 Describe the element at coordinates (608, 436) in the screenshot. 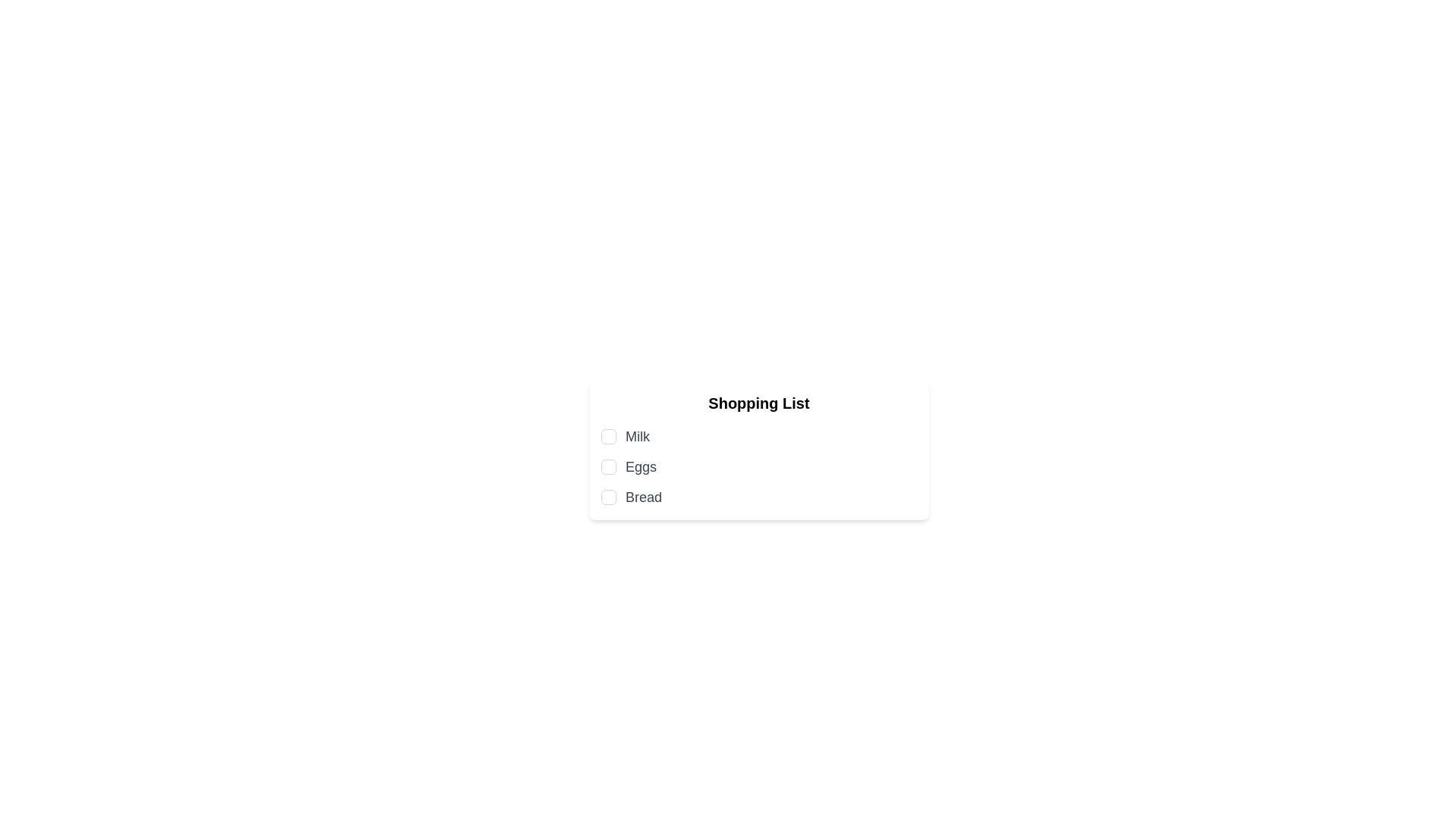

I see `the checkbox located at the top-left corner of the list item labeled 'Milk'` at that location.